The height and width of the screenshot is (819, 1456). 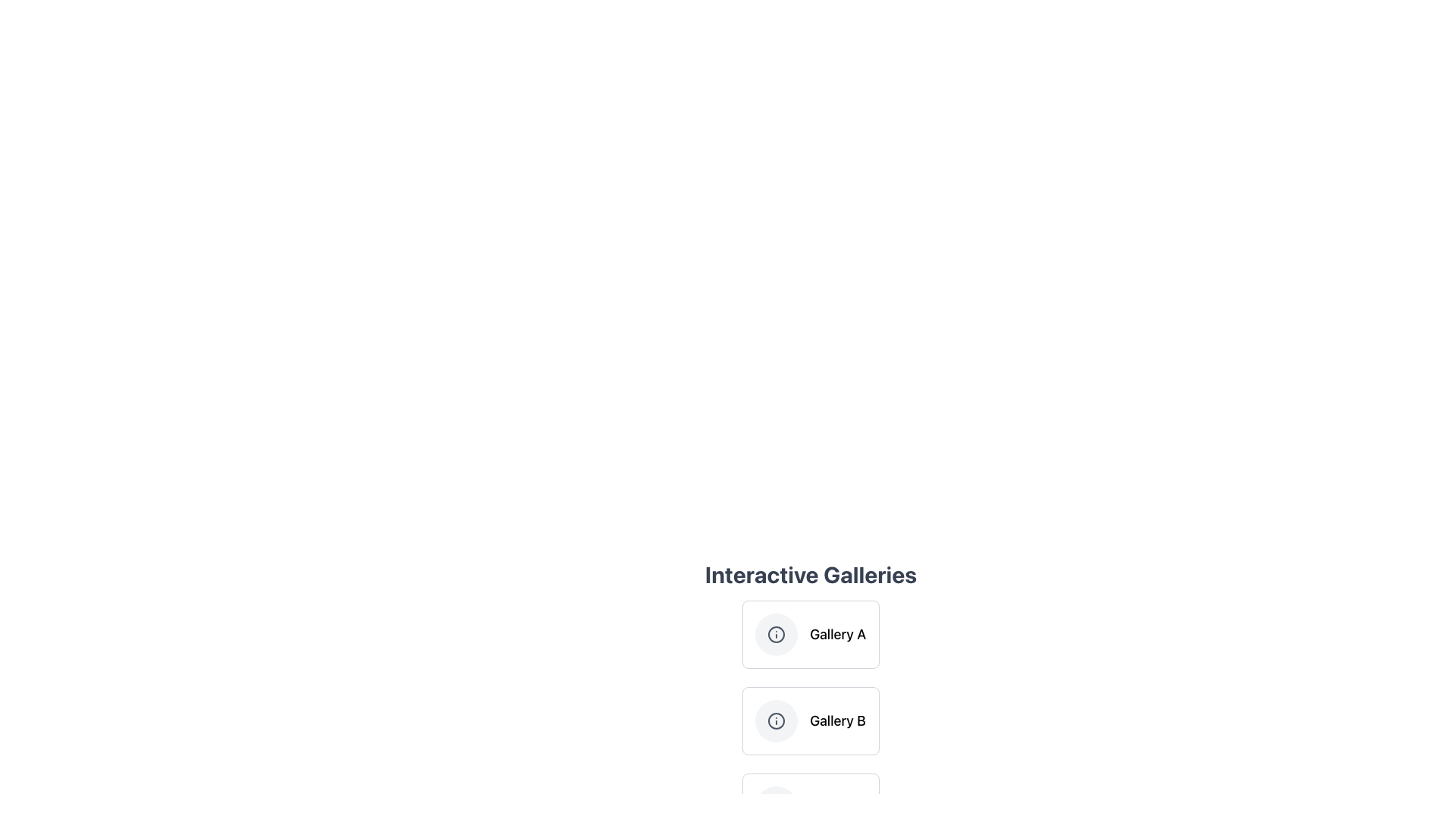 I want to click on on the 'Gallery A' interactive item, which features a circular icon with an information symbol and bold black text, located under the 'Interactive Galleries' heading, so click(x=810, y=635).